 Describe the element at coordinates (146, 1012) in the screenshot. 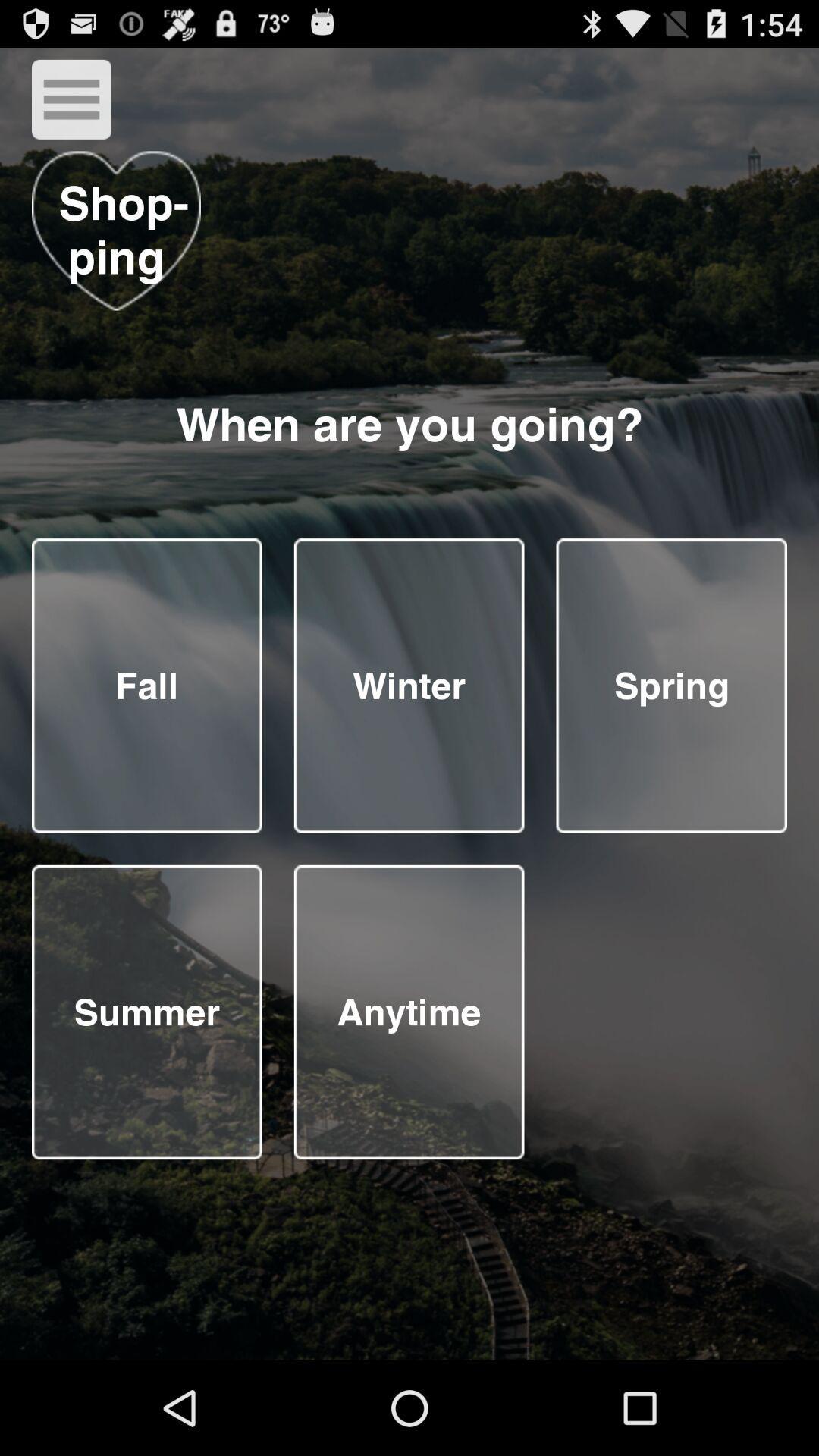

I see `answer` at that location.